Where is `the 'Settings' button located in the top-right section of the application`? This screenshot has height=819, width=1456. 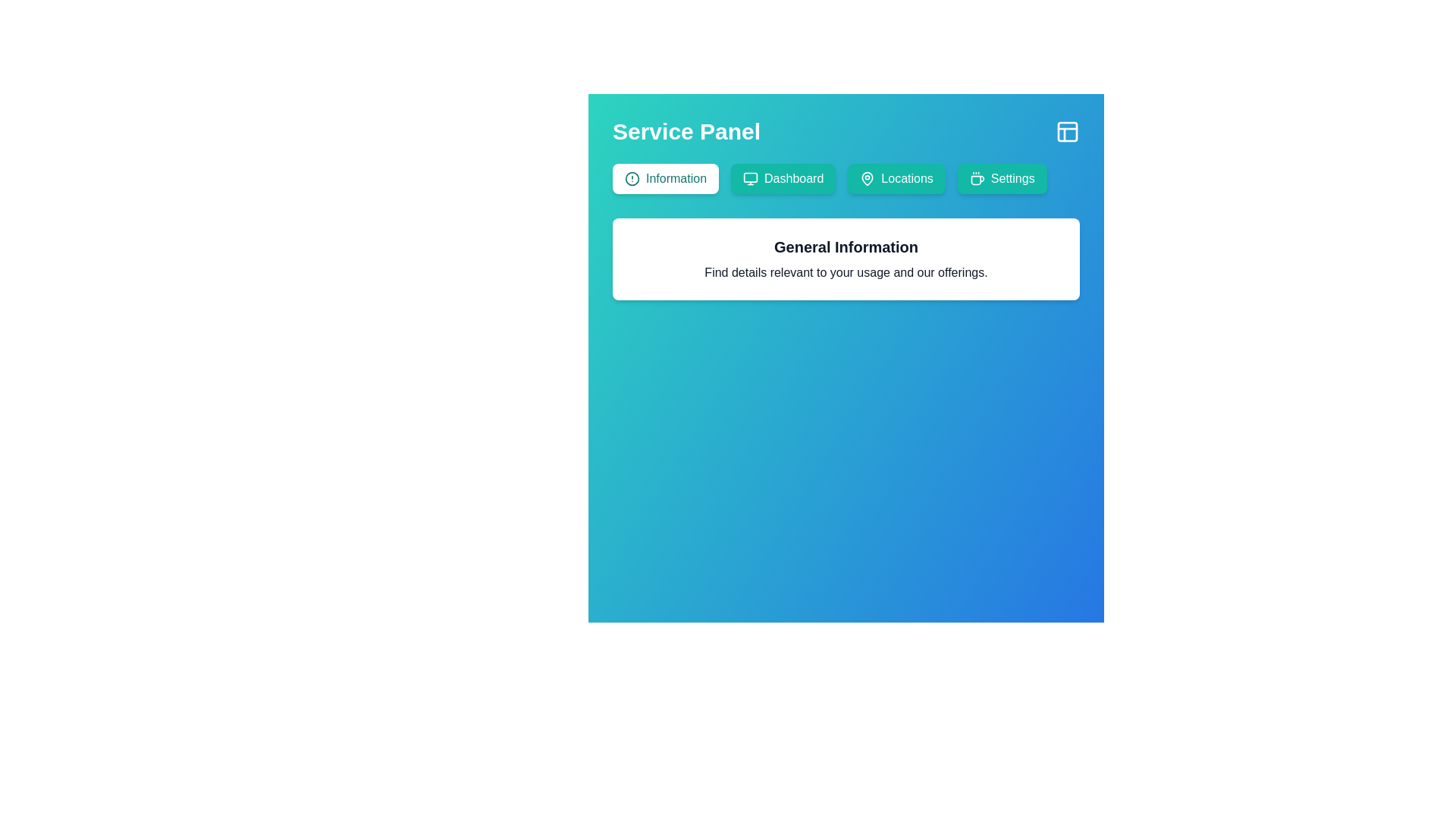 the 'Settings' button located in the top-right section of the application is located at coordinates (1002, 177).